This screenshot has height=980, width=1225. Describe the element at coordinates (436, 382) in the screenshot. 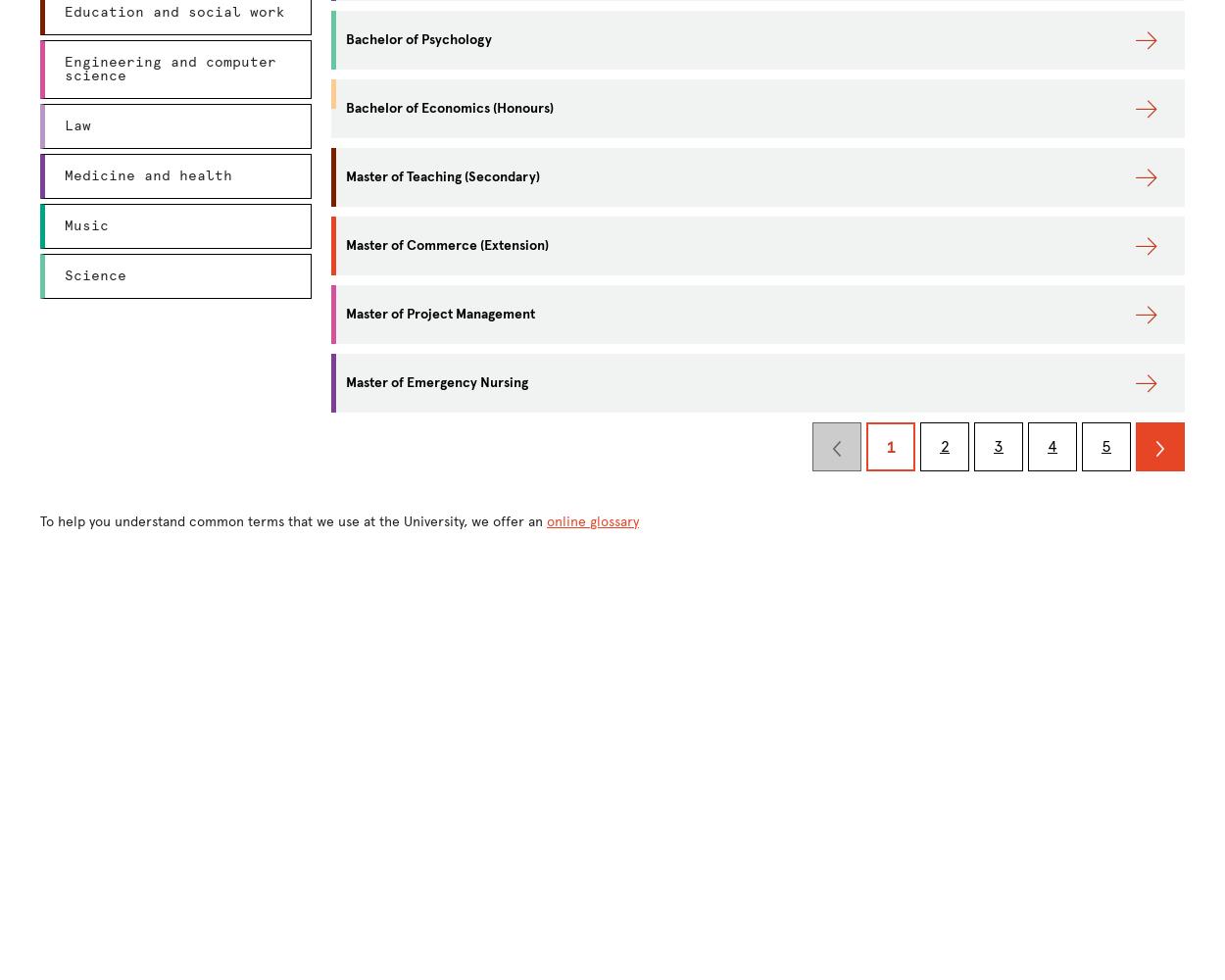

I see `'Master of Emergency Nursing'` at that location.